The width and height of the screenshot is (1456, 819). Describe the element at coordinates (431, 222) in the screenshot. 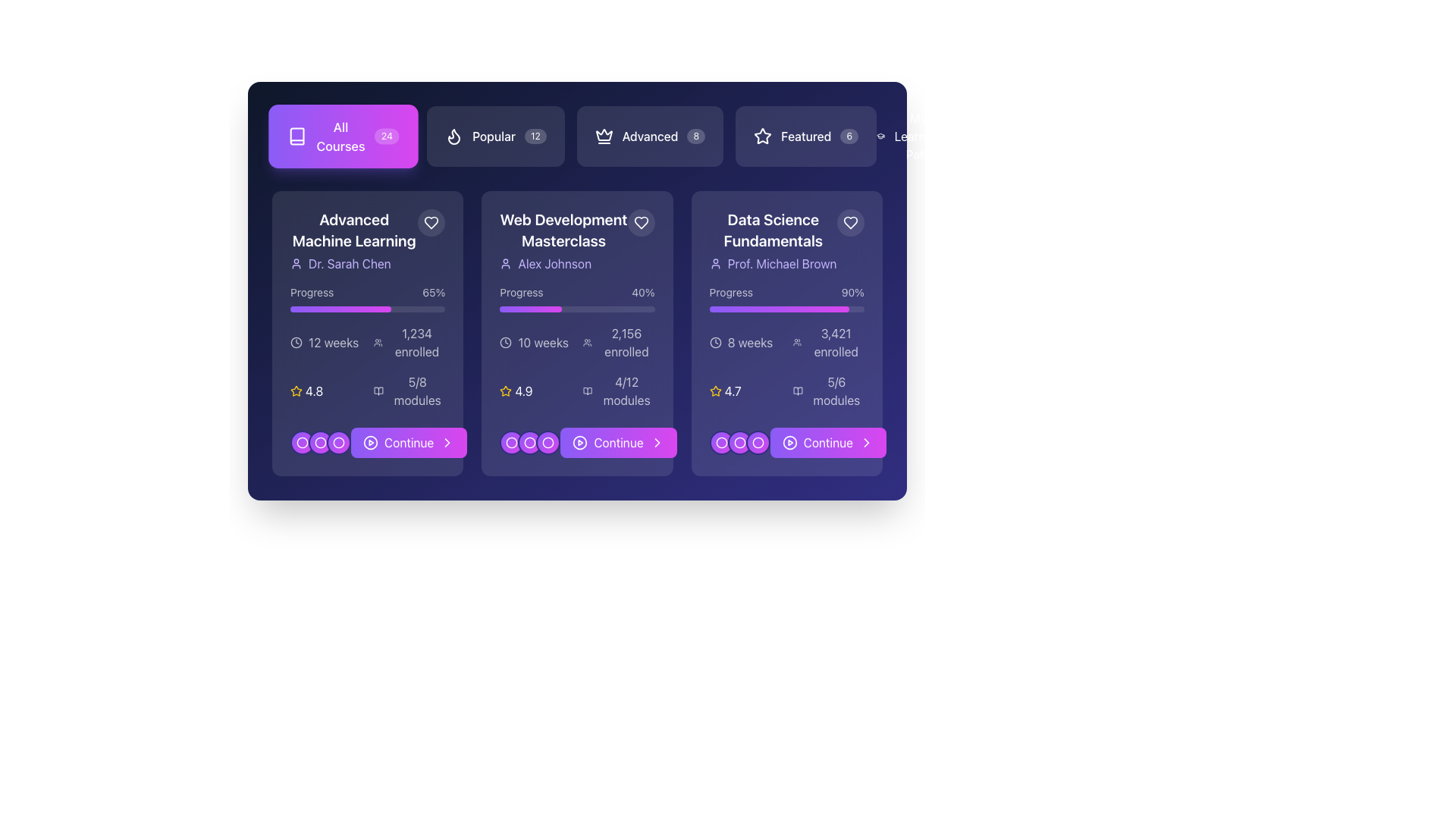

I see `the button located in the top-right corner of the 'Advanced Machine Learning' course card to mark it as a favorite` at that location.